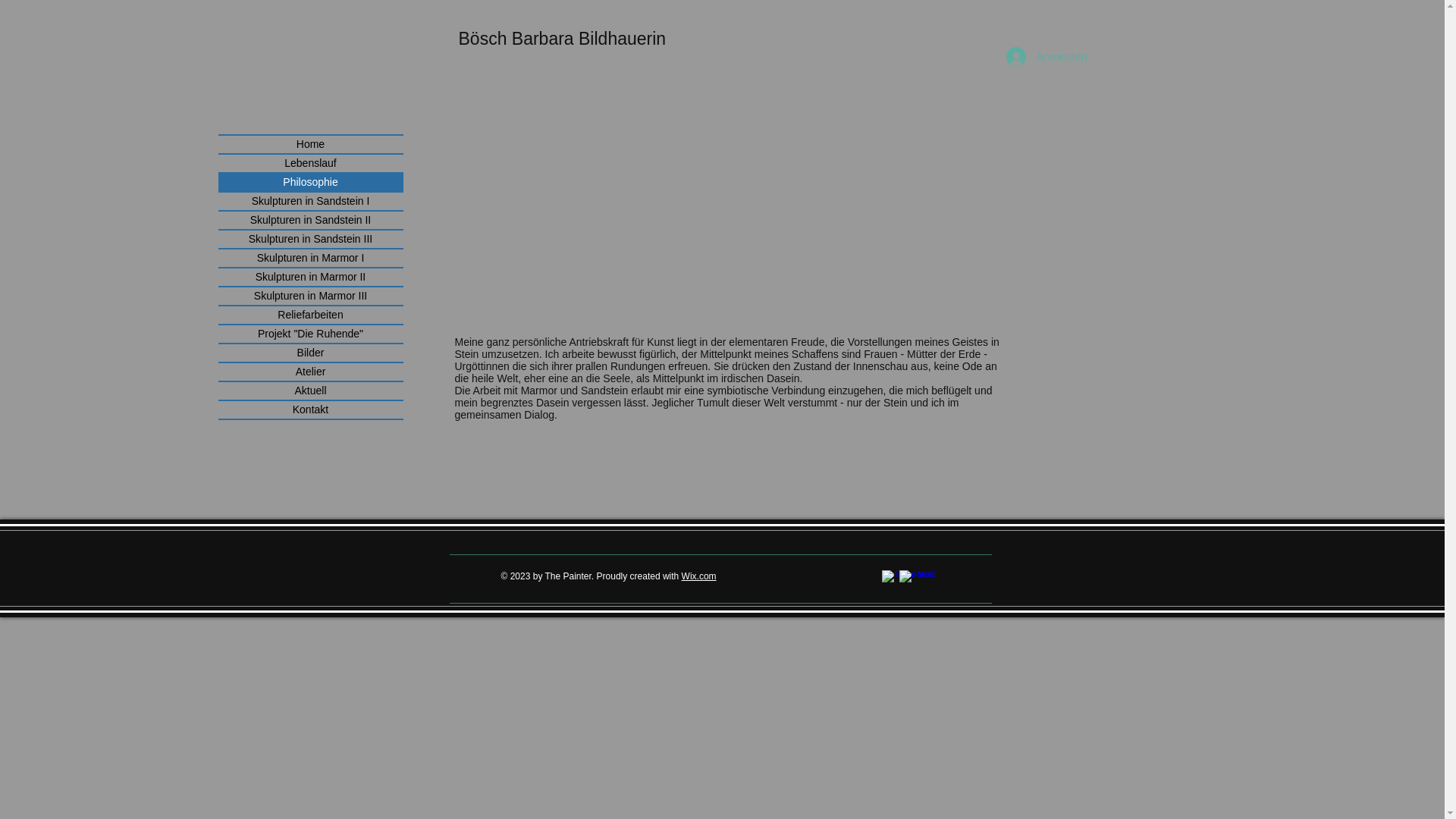  Describe the element at coordinates (309, 372) in the screenshot. I see `'Atelier'` at that location.